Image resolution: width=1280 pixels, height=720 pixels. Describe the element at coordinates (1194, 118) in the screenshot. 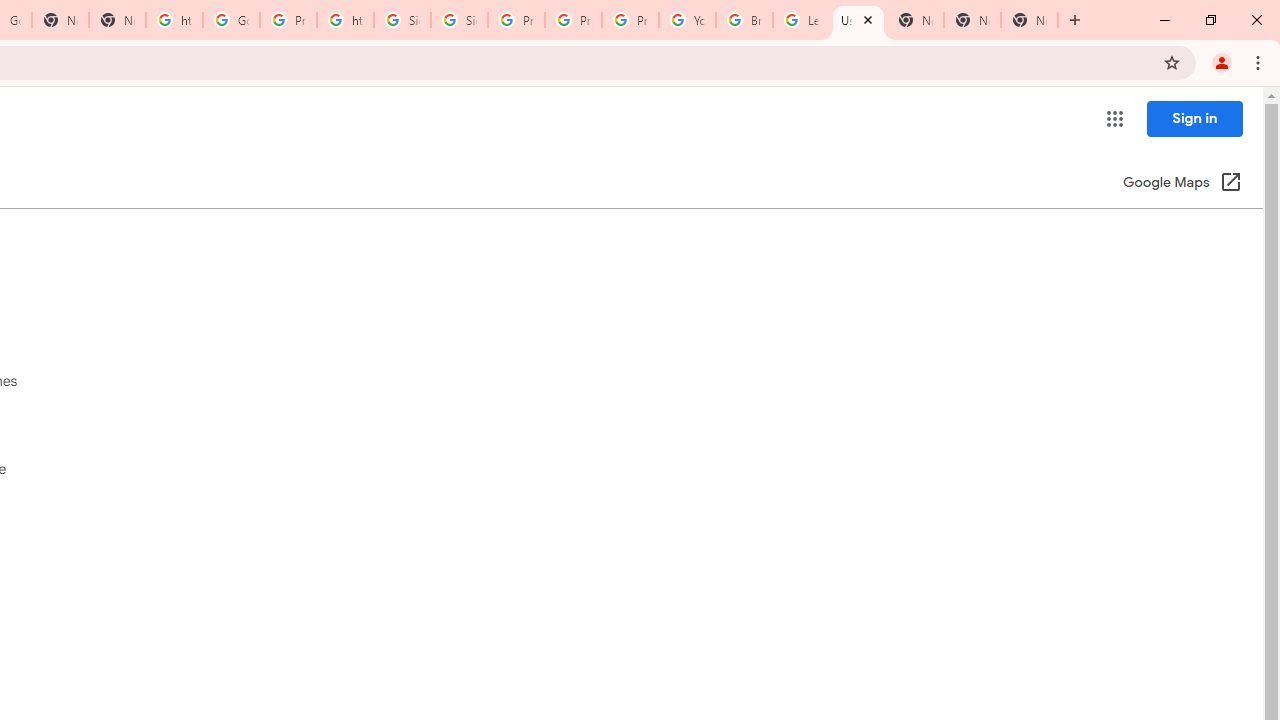

I see `'Sign in'` at that location.